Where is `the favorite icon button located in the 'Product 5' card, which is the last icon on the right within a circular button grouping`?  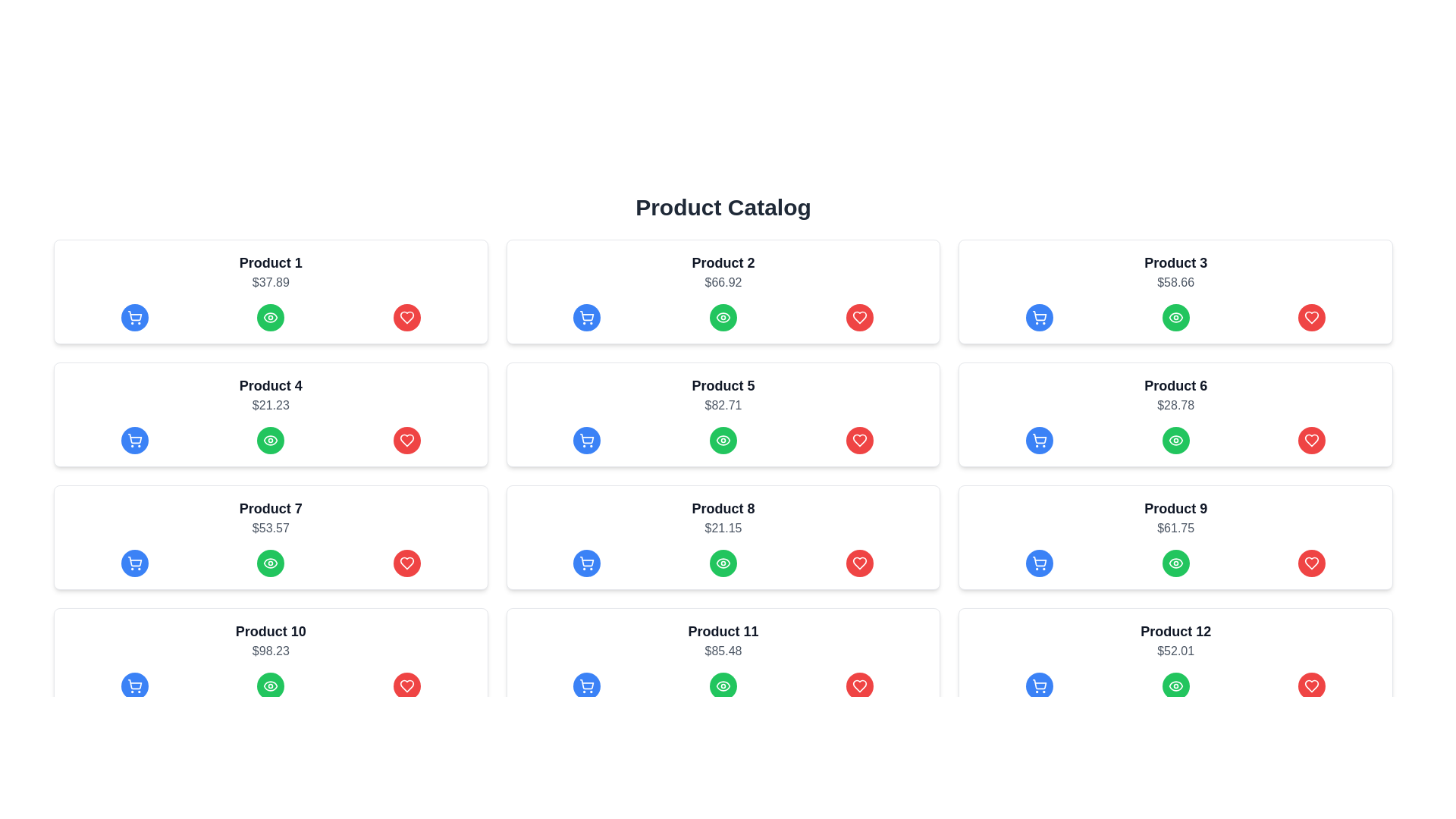 the favorite icon button located in the 'Product 5' card, which is the last icon on the right within a circular button grouping is located at coordinates (859, 441).